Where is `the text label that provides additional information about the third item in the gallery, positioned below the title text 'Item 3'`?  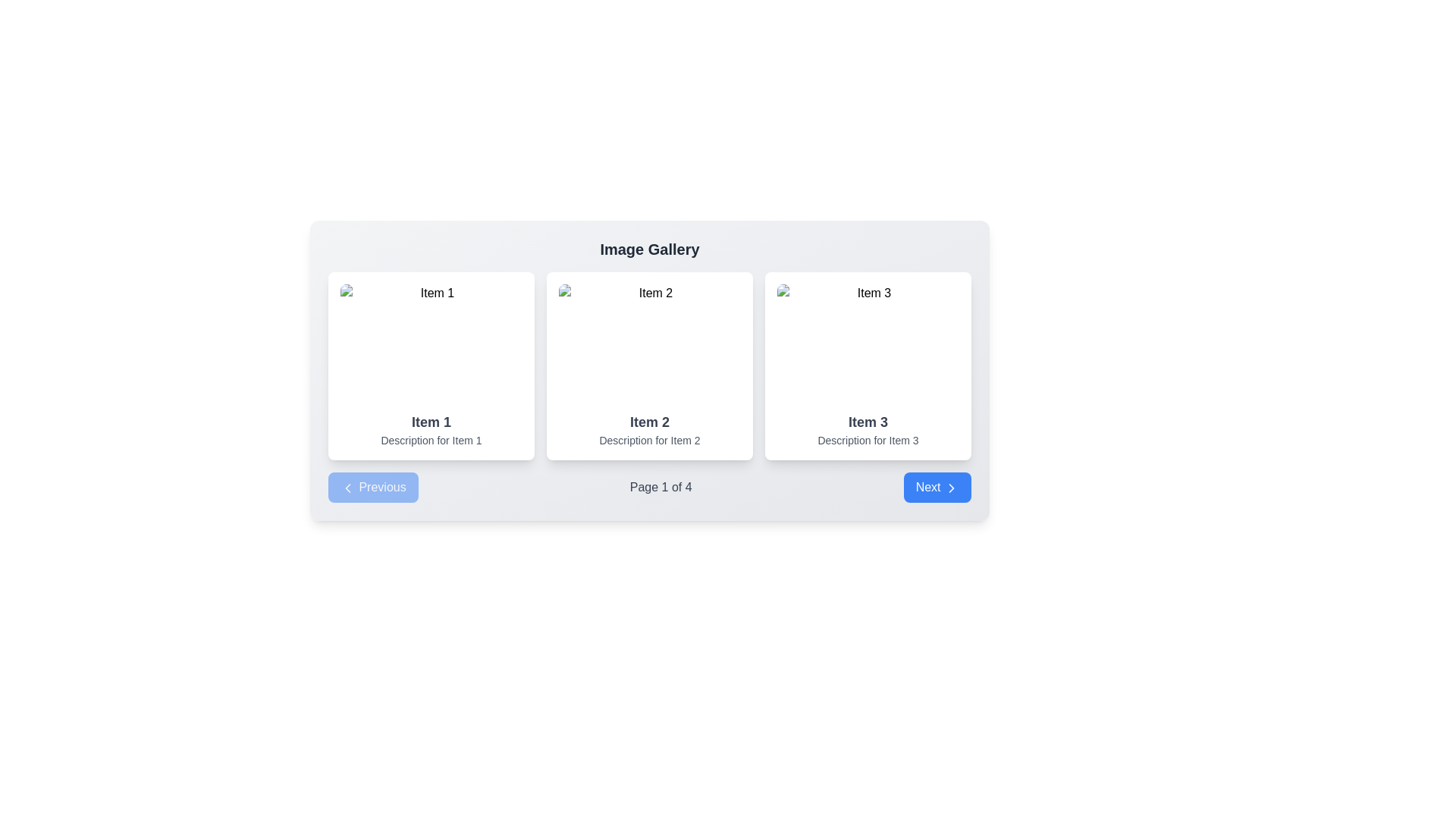 the text label that provides additional information about the third item in the gallery, positioned below the title text 'Item 3' is located at coordinates (868, 441).